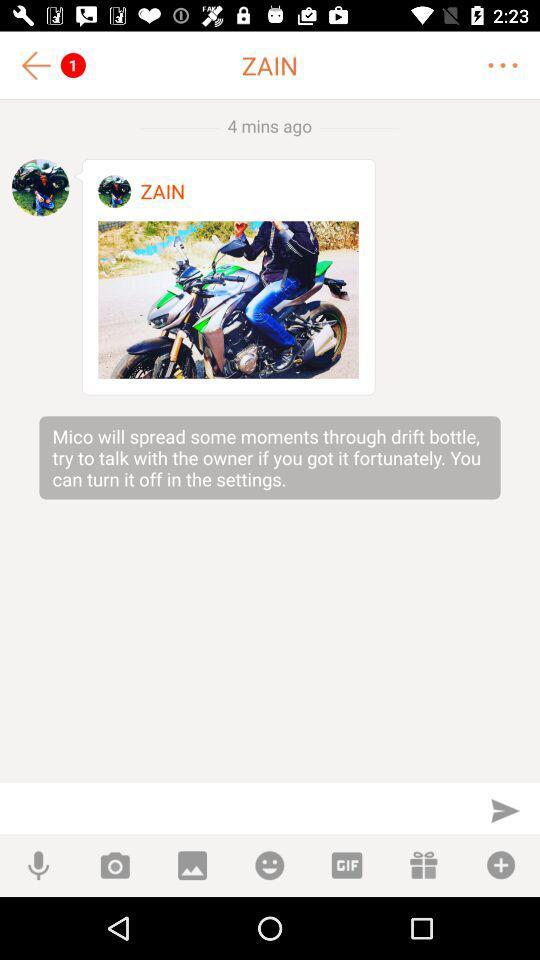 This screenshot has height=960, width=540. What do you see at coordinates (38, 864) in the screenshot?
I see `microphone off` at bounding box center [38, 864].